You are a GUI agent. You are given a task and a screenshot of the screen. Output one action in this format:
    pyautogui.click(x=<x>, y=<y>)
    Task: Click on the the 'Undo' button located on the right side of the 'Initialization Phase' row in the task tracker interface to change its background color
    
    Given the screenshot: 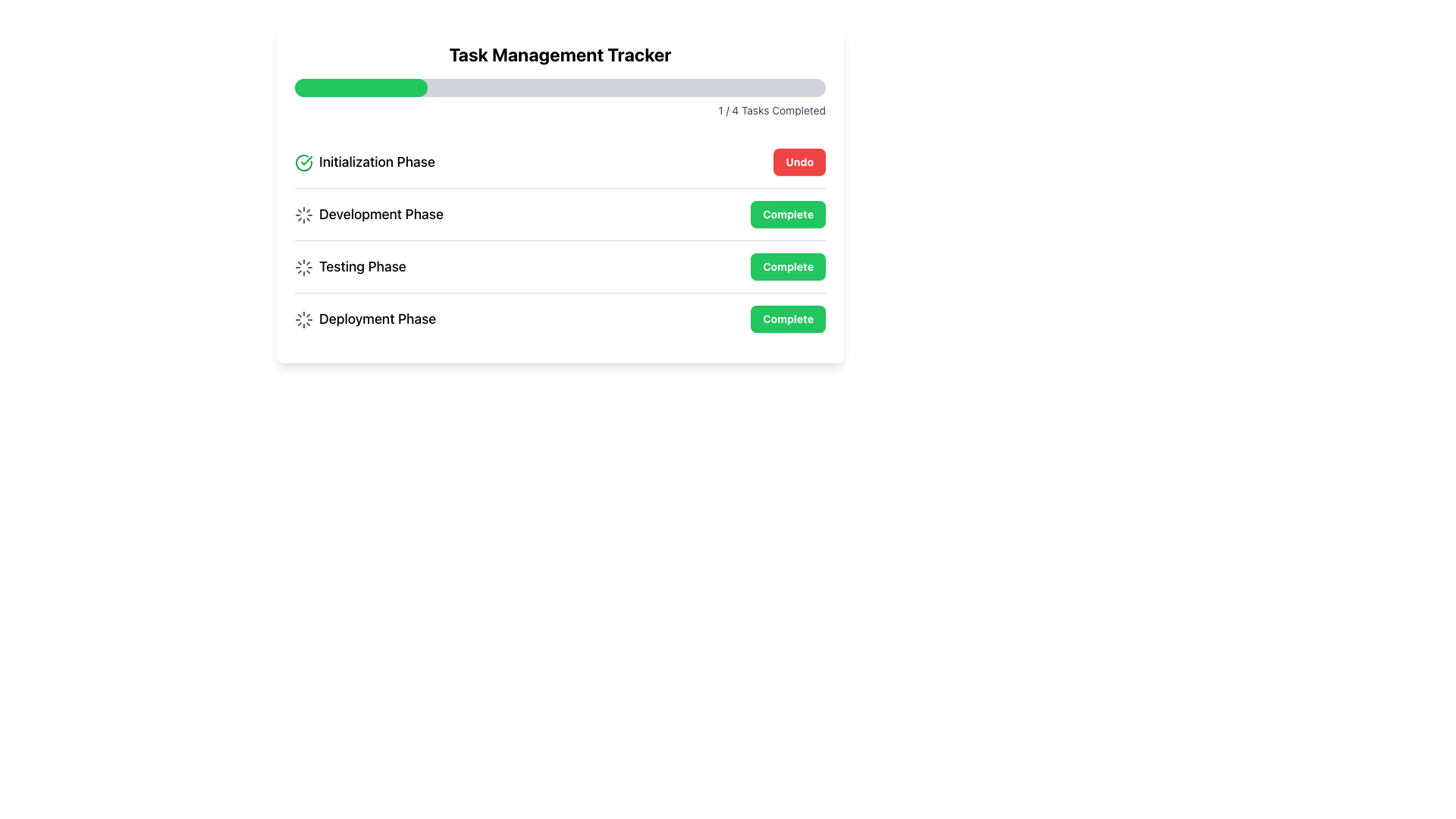 What is the action you would take?
    pyautogui.click(x=799, y=162)
    